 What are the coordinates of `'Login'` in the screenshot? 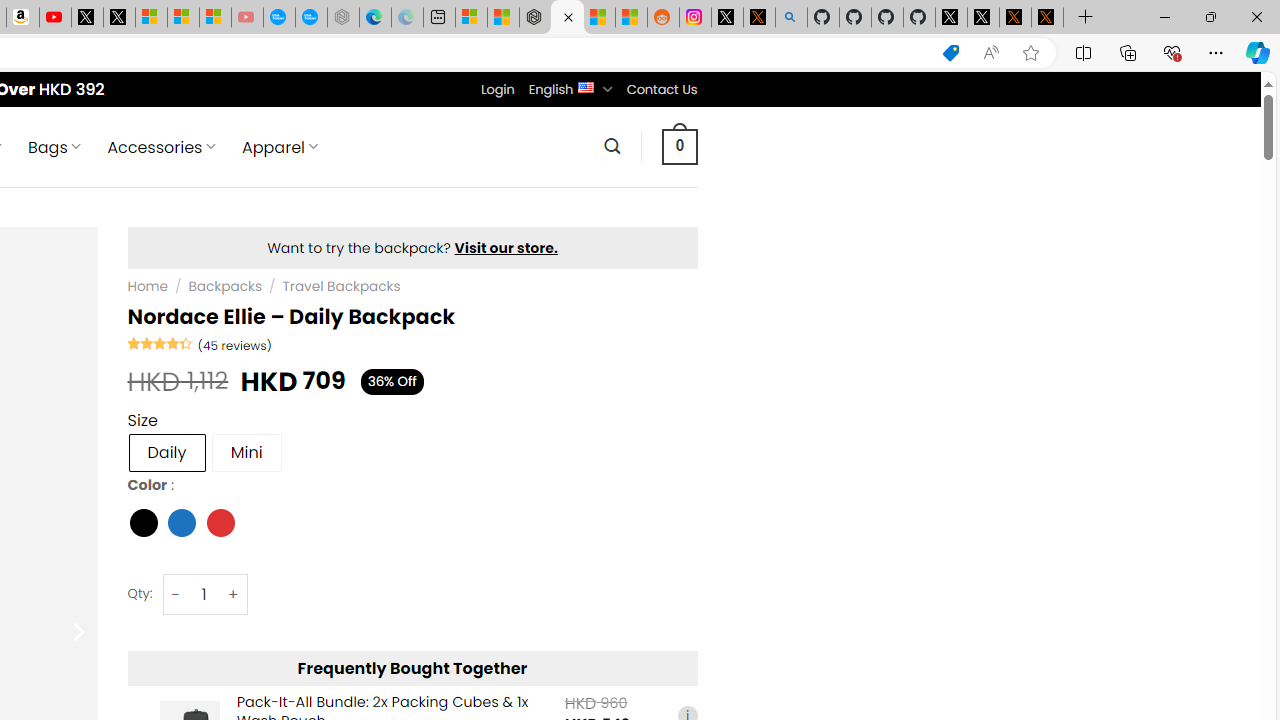 It's located at (497, 88).